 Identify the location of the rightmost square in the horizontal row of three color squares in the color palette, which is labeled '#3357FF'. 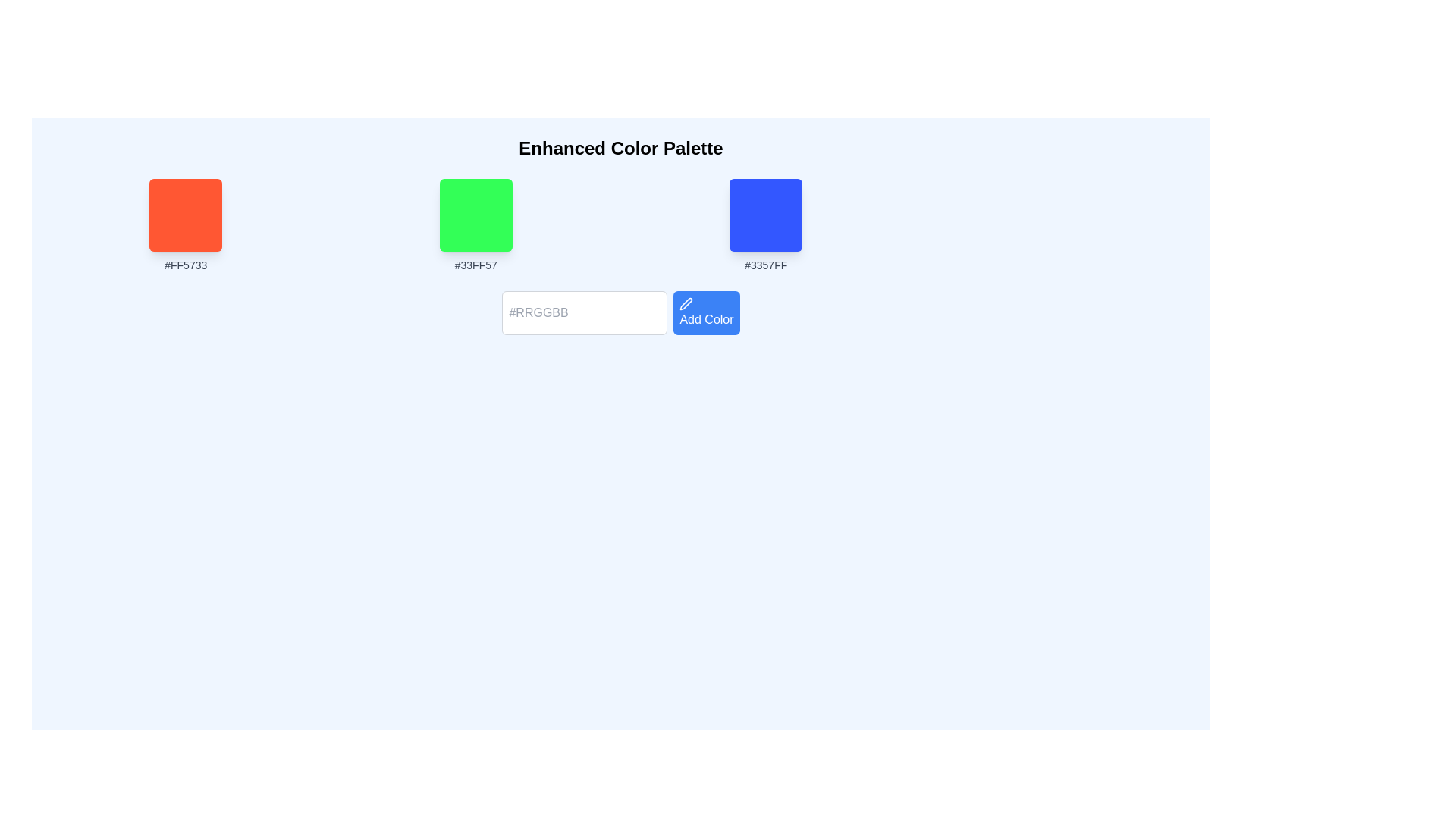
(766, 215).